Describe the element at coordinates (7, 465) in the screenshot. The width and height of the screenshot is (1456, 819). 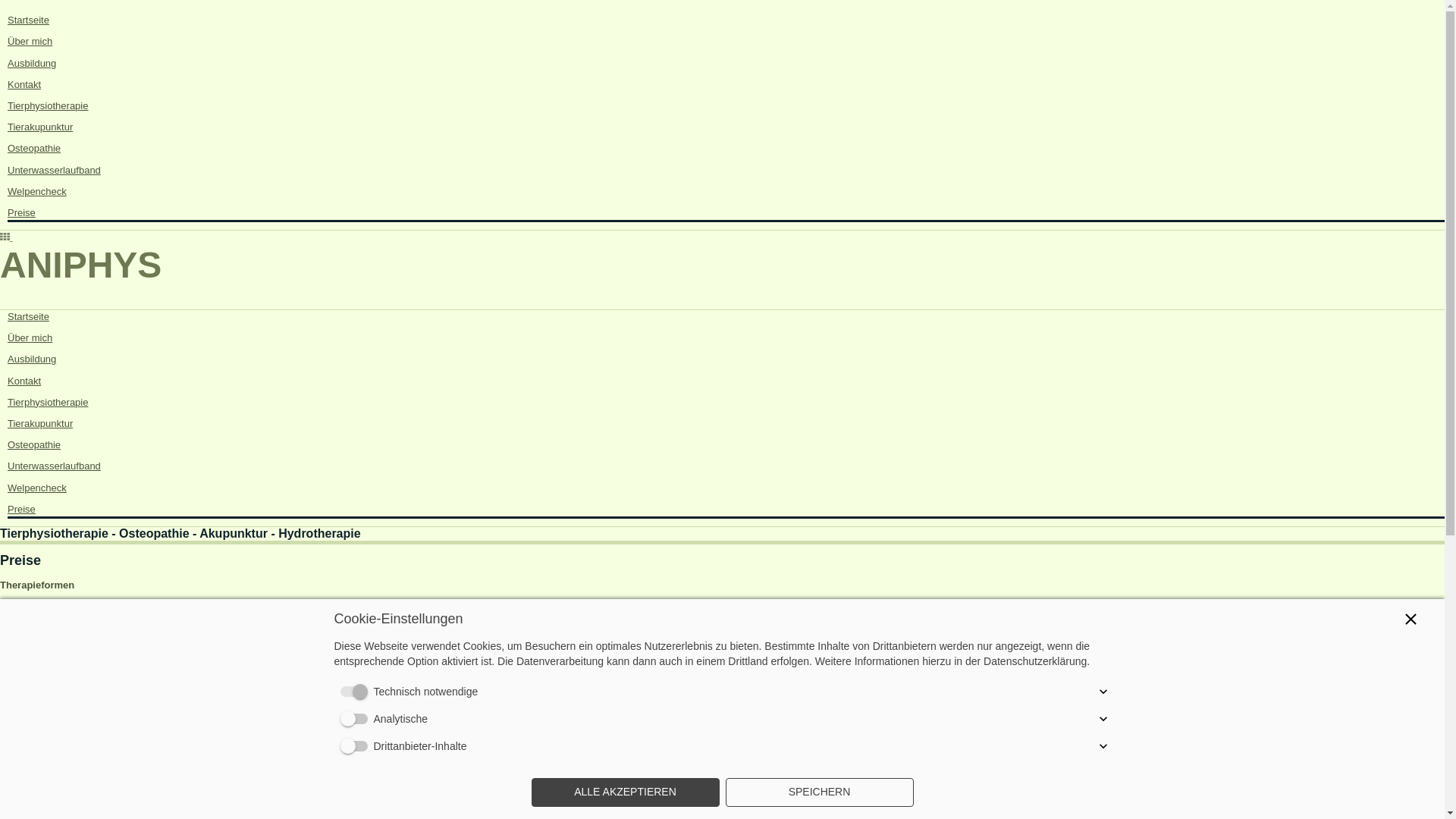
I see `'Unterwasserlaufband'` at that location.